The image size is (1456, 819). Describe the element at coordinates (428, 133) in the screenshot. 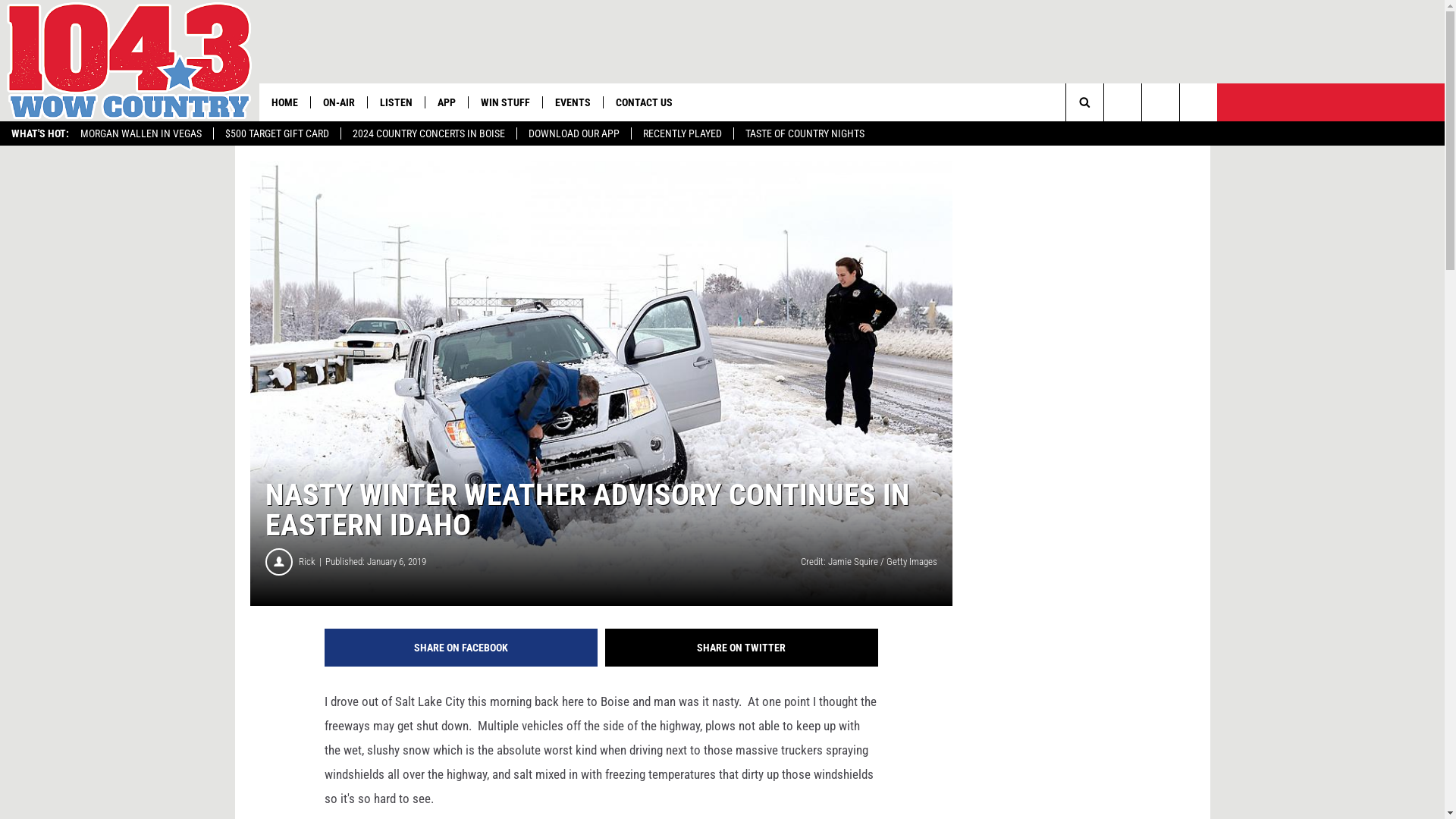

I see `'2024 COUNTRY CONCERTS IN BOISE'` at that location.